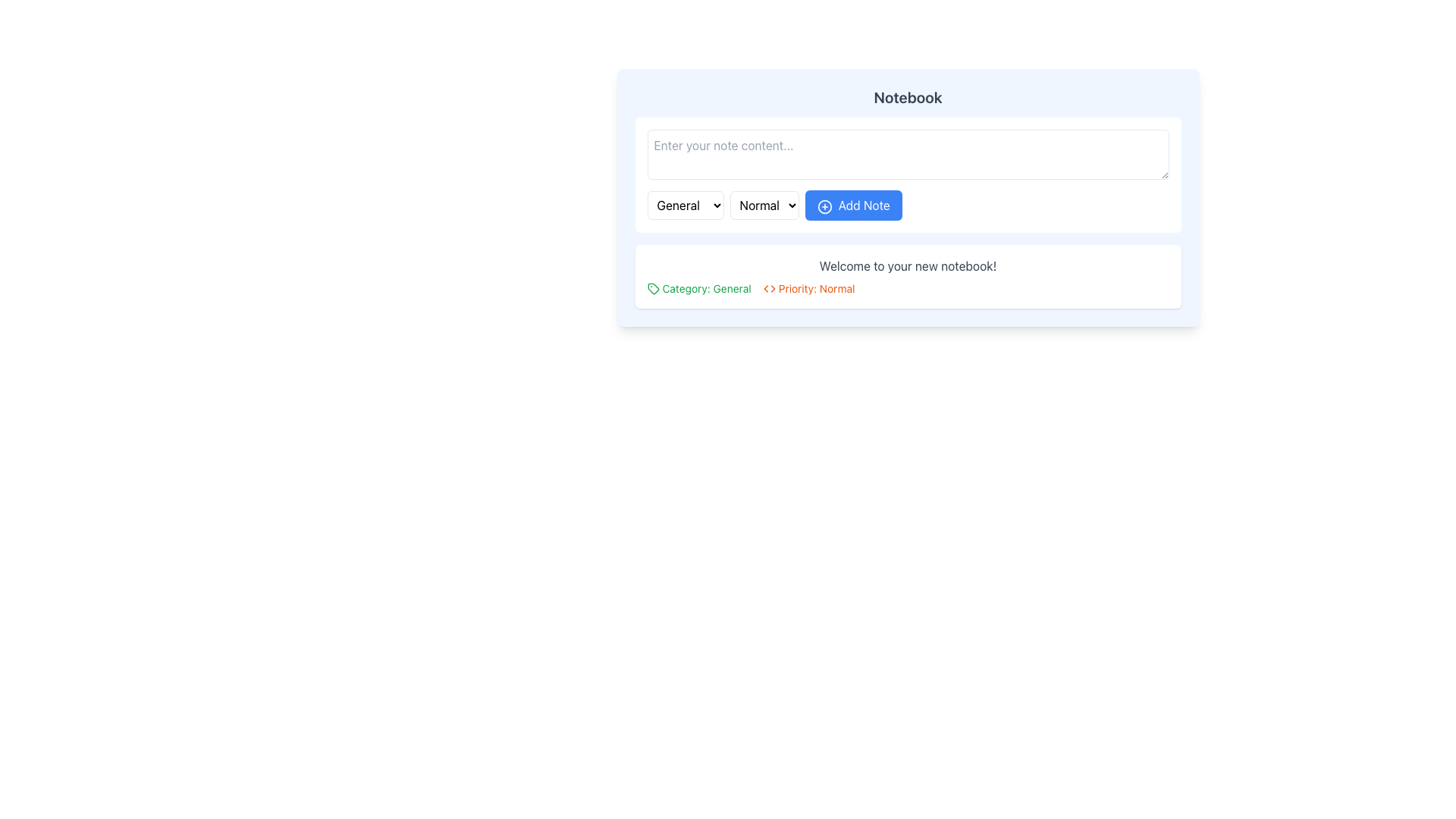 The width and height of the screenshot is (1456, 819). What do you see at coordinates (684, 205) in the screenshot?
I see `the 'General' Dropdown Menu, which is the first element in a horizontal arrangement` at bounding box center [684, 205].